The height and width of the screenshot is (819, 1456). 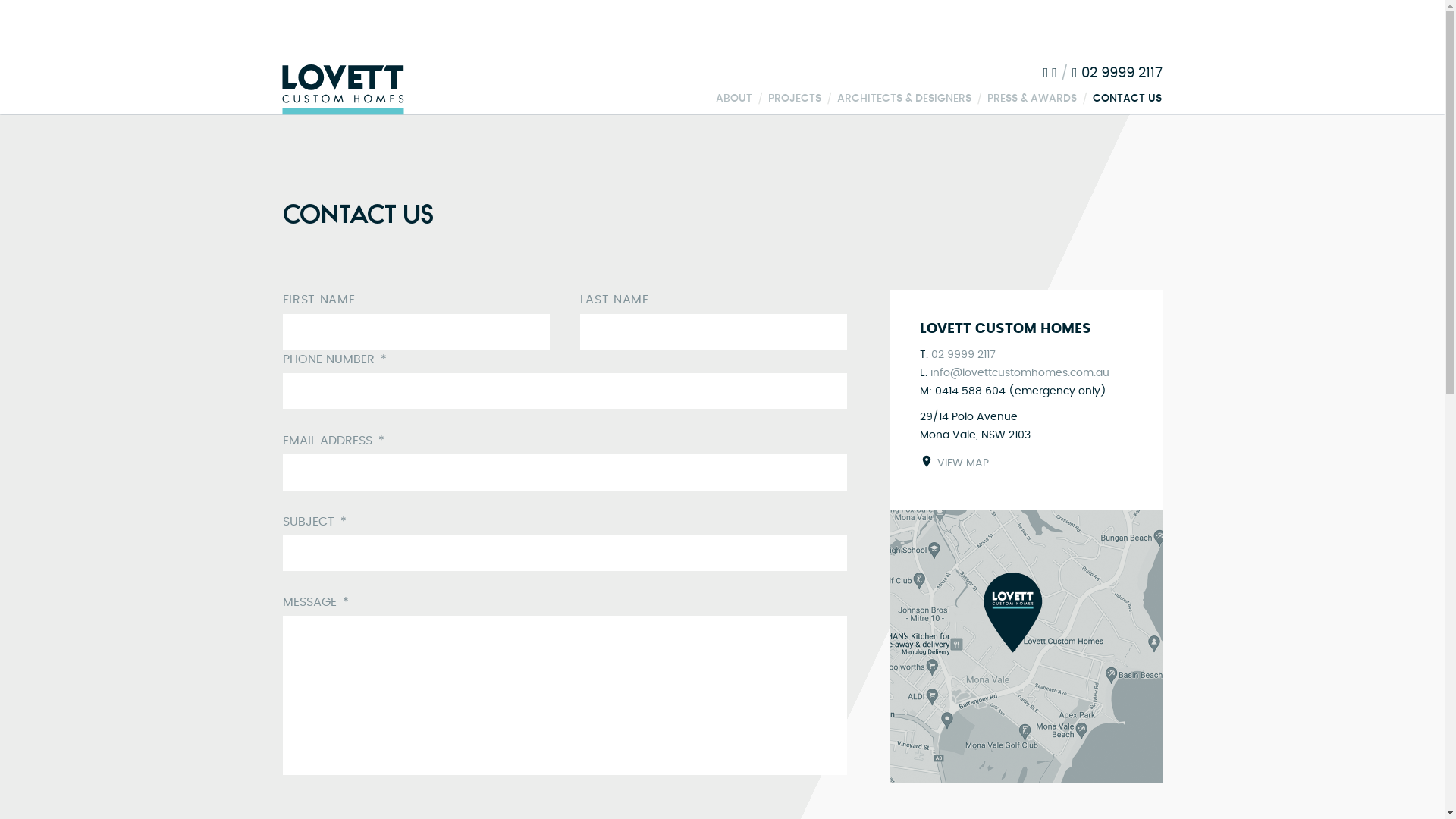 What do you see at coordinates (767, 98) in the screenshot?
I see `'PROJECTS'` at bounding box center [767, 98].